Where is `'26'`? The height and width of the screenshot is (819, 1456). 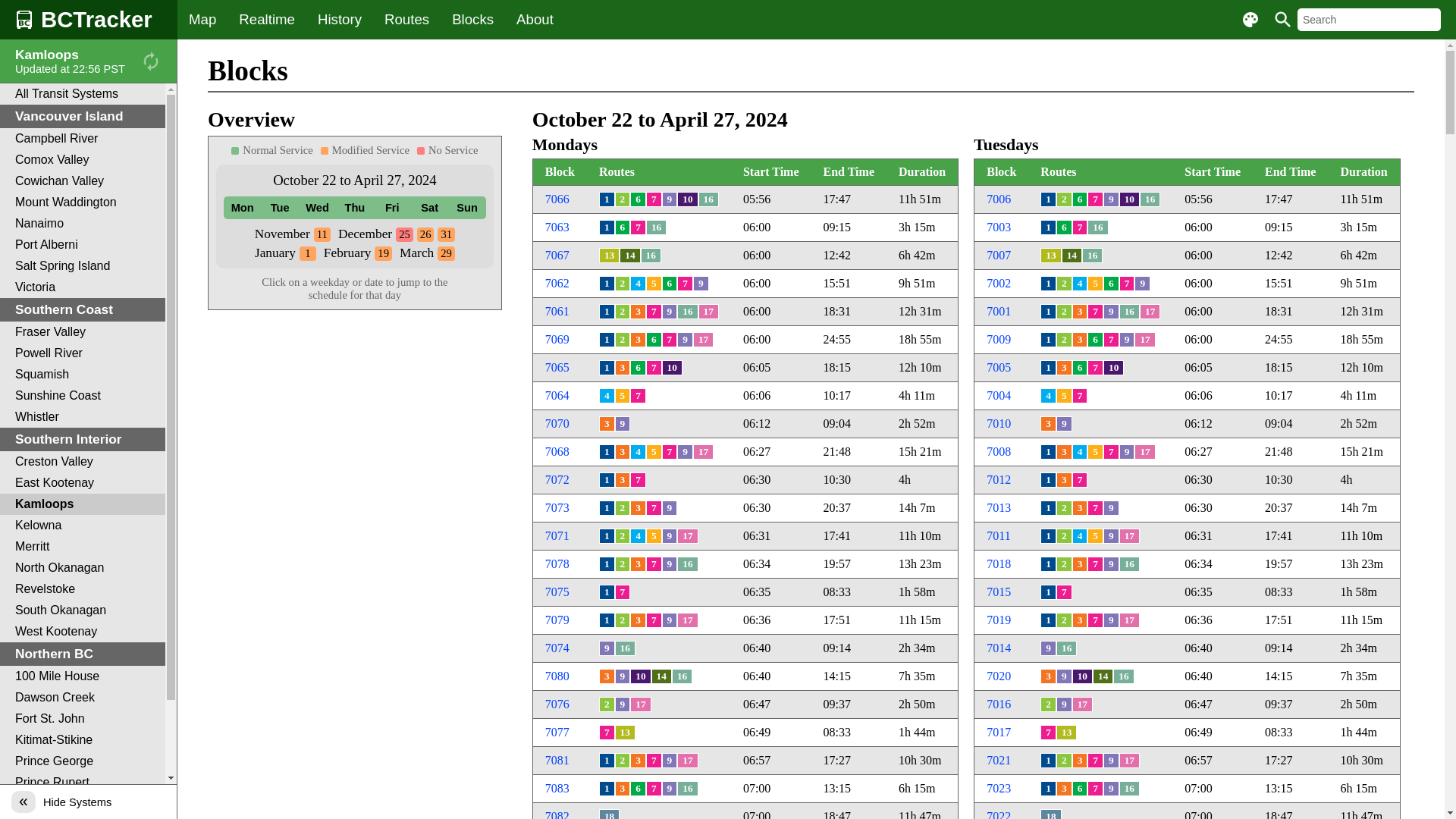 '26' is located at coordinates (425, 234).